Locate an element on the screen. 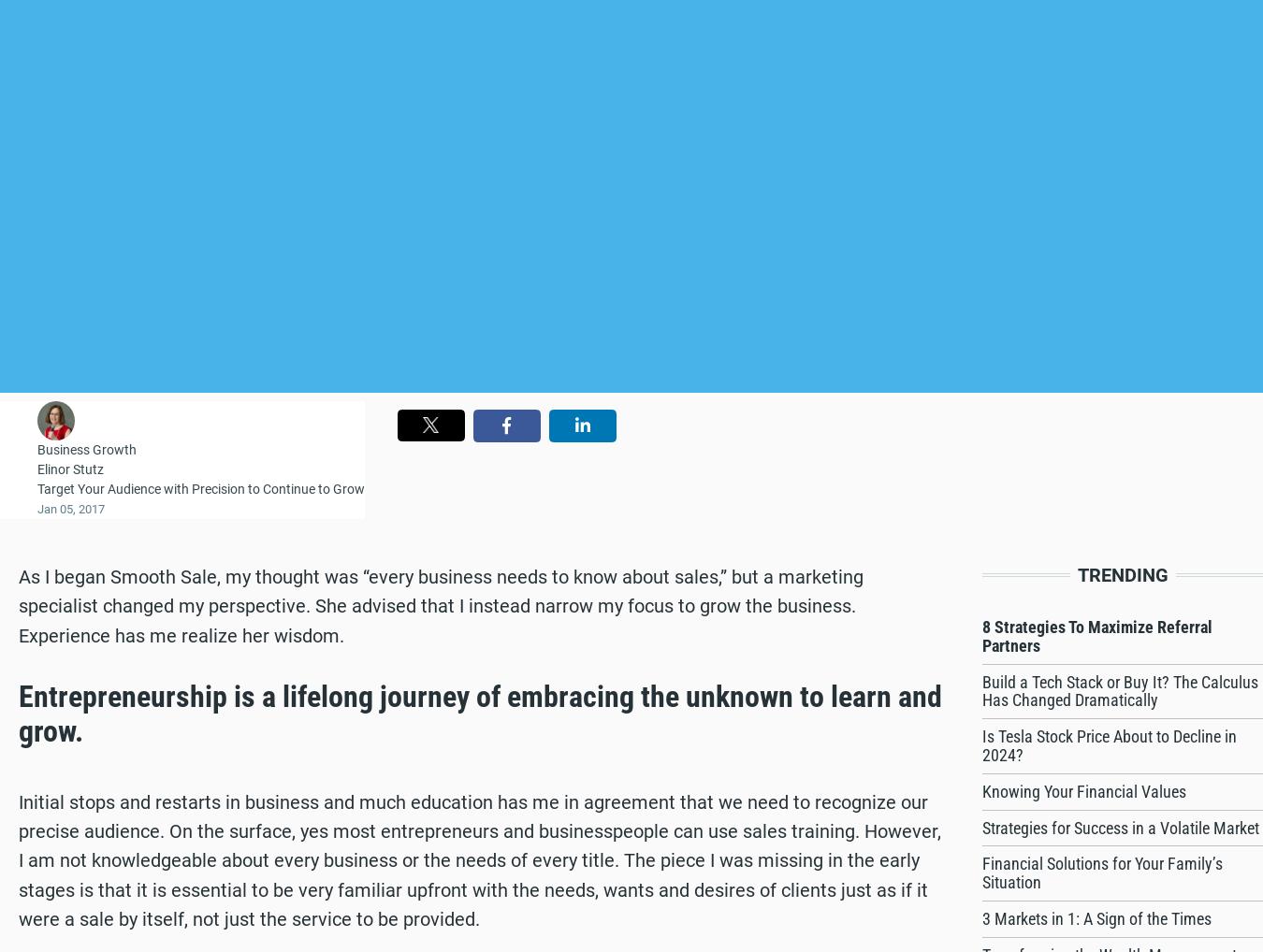 This screenshot has height=952, width=1263. 'Strategies for Success in a Volatile Market' is located at coordinates (1119, 827).